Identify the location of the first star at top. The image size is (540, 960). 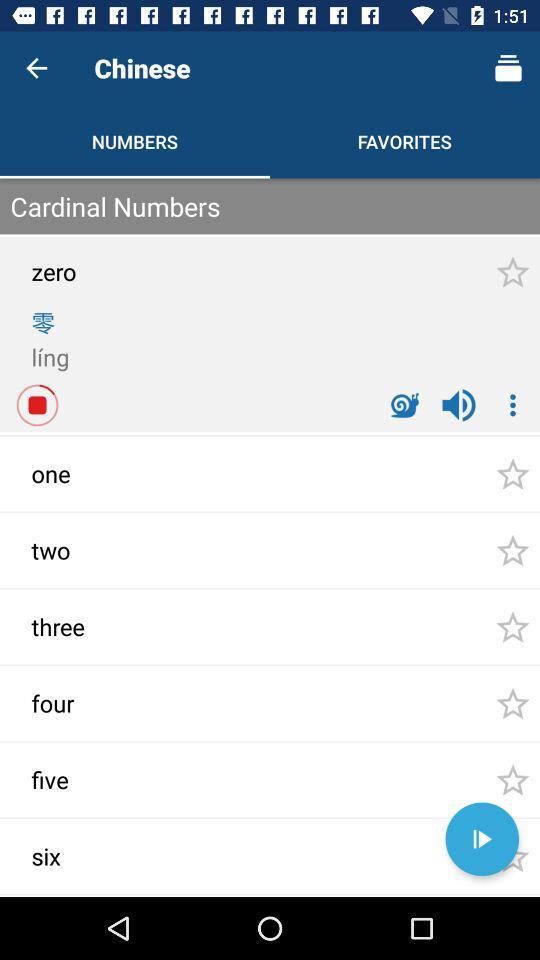
(513, 270).